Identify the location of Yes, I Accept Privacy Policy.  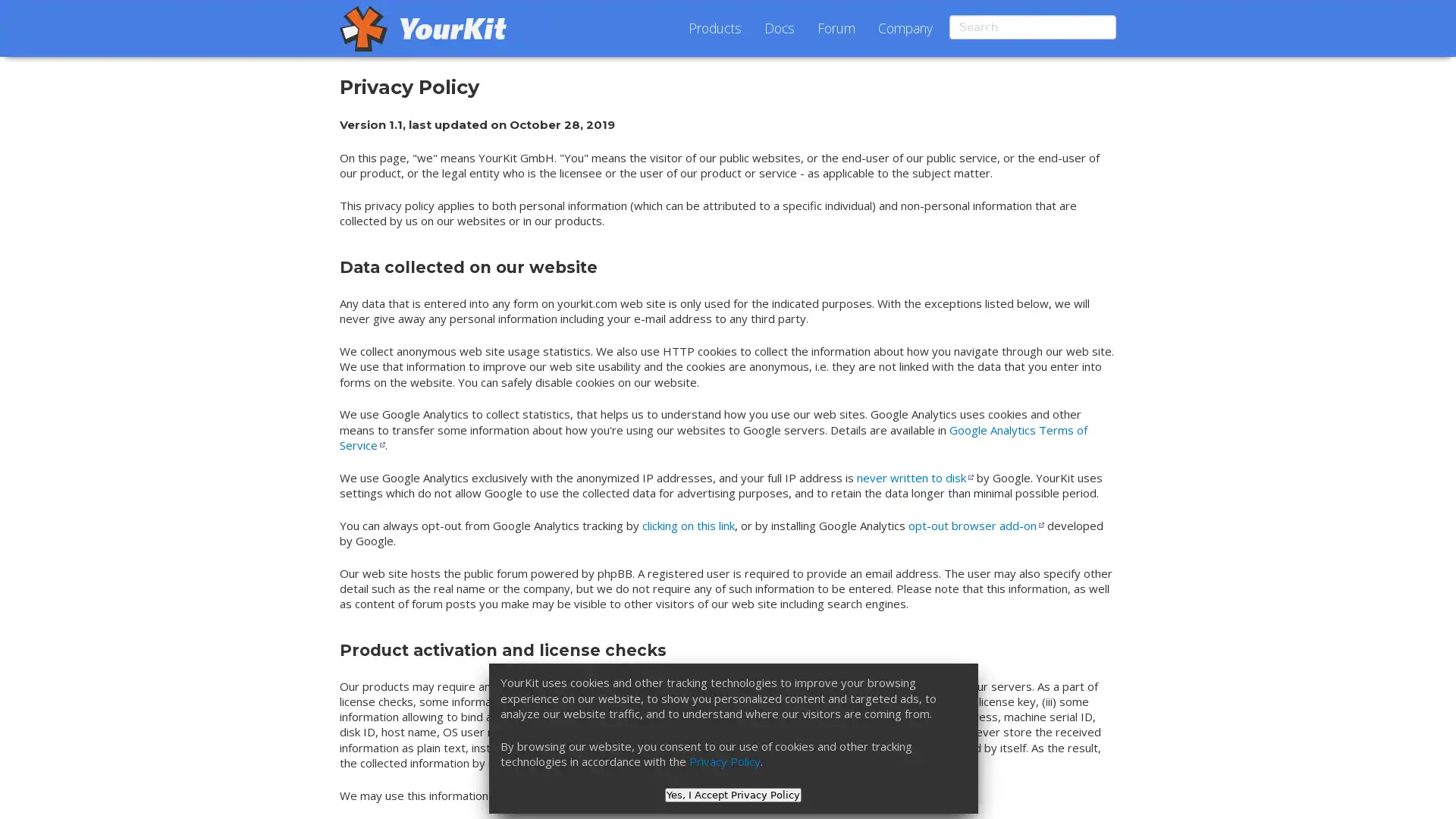
(733, 793).